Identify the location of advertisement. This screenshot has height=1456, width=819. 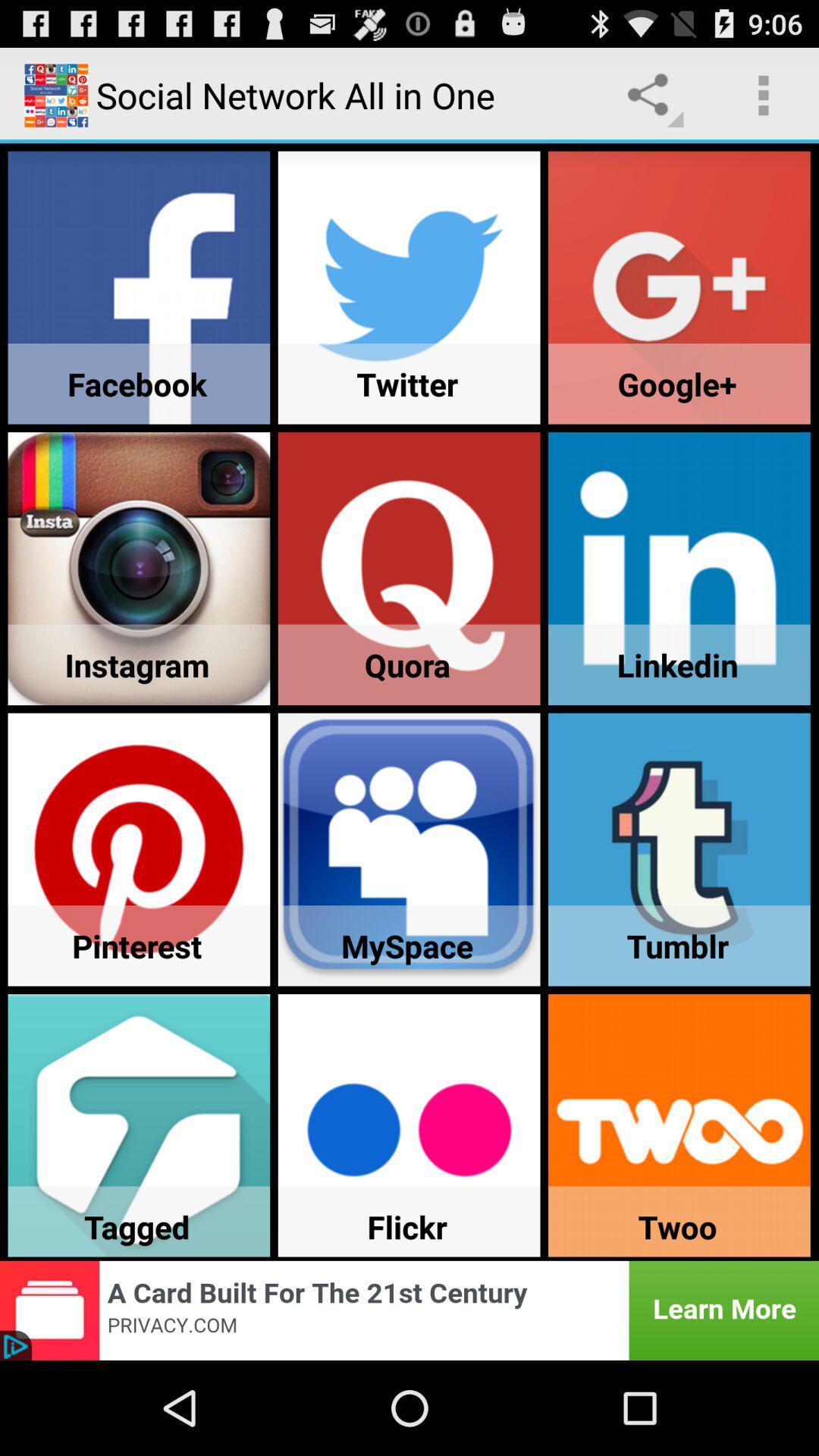
(409, 1310).